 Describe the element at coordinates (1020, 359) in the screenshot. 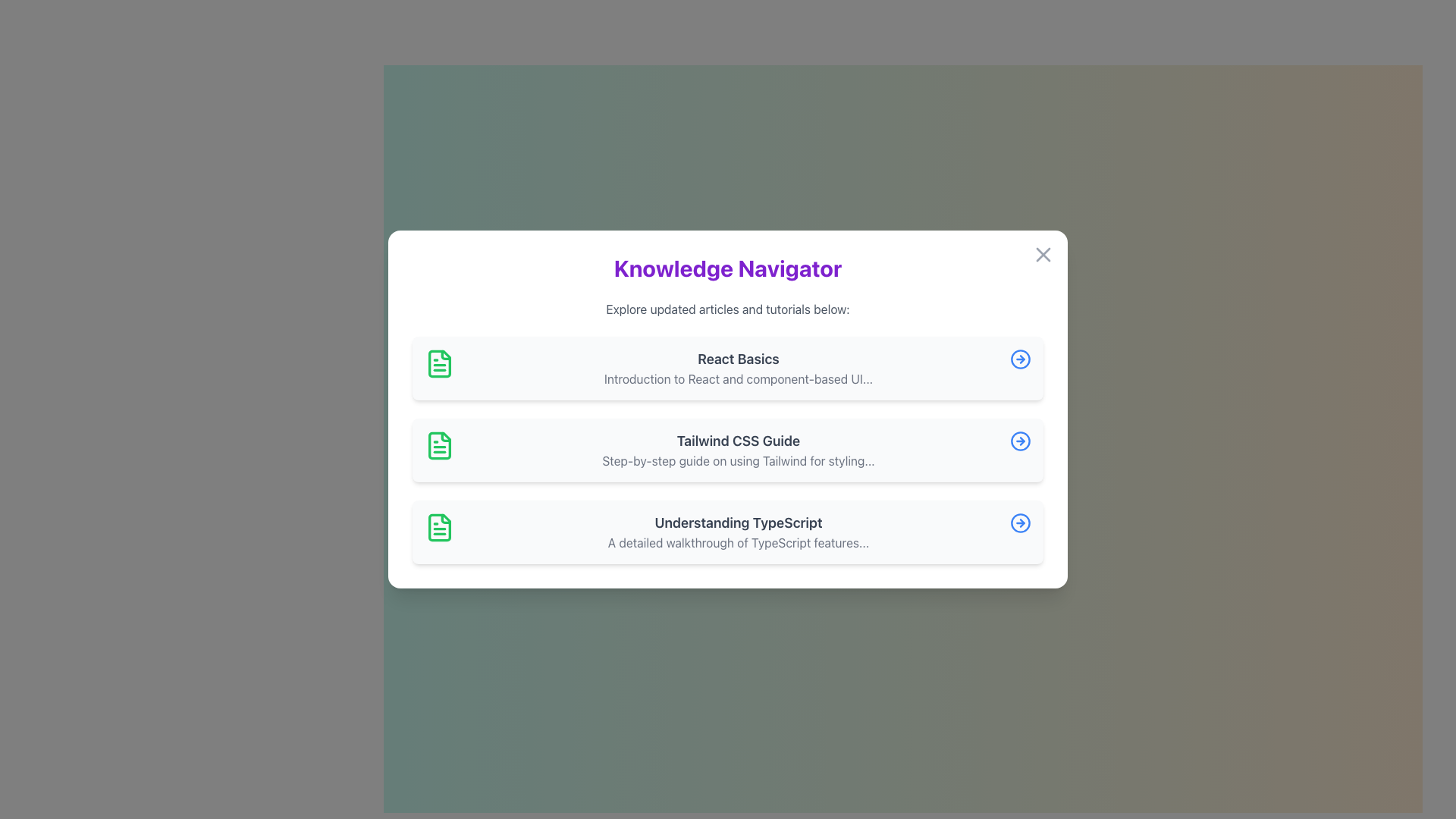

I see `the navigation IconButton located to the right of the 'React Basics' entry` at that location.